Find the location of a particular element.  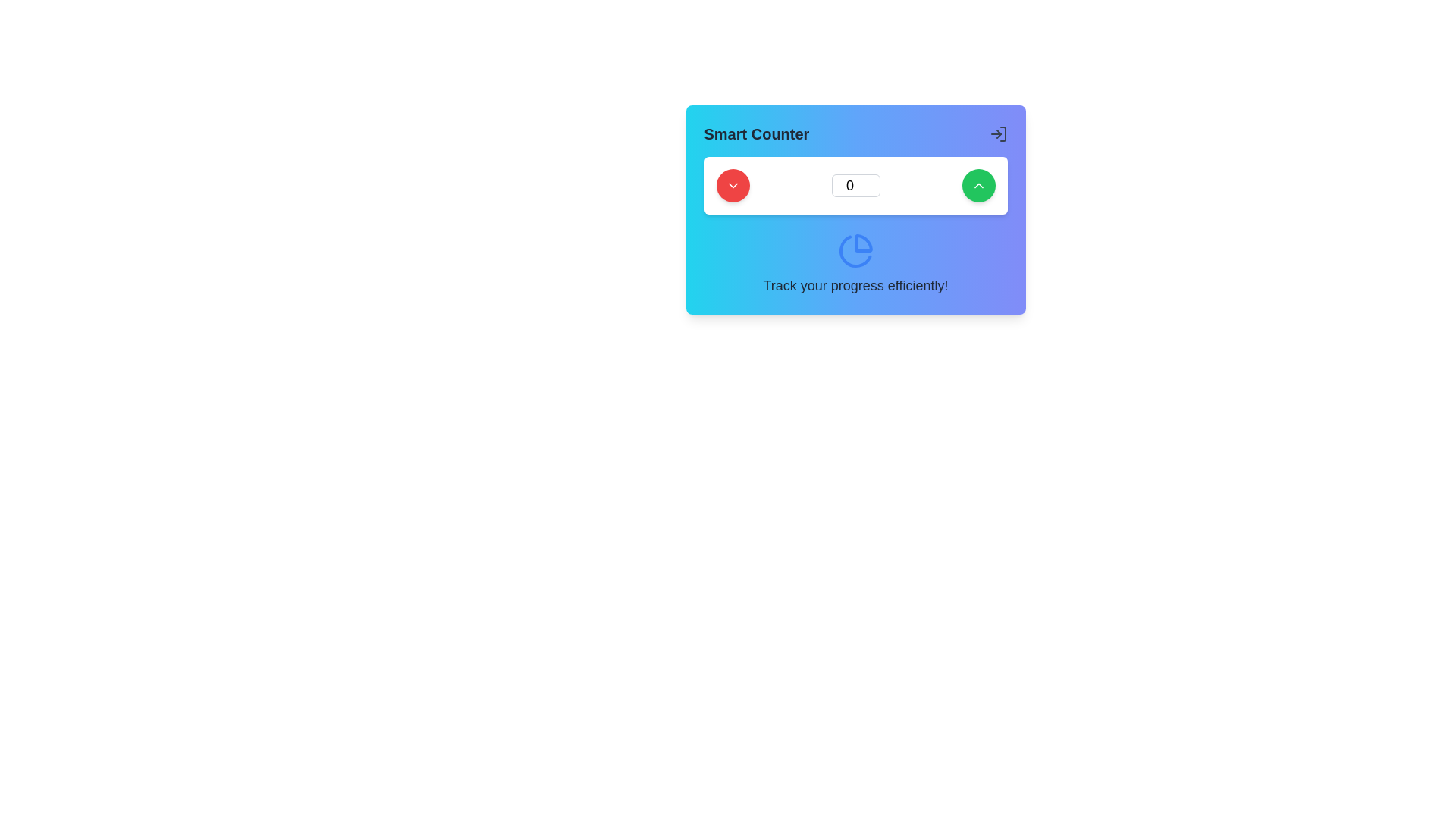

the downward-pointing arrow icon with a red circular background located on the left side of the interactive control bar under the 'Smart Counter' header is located at coordinates (733, 185).